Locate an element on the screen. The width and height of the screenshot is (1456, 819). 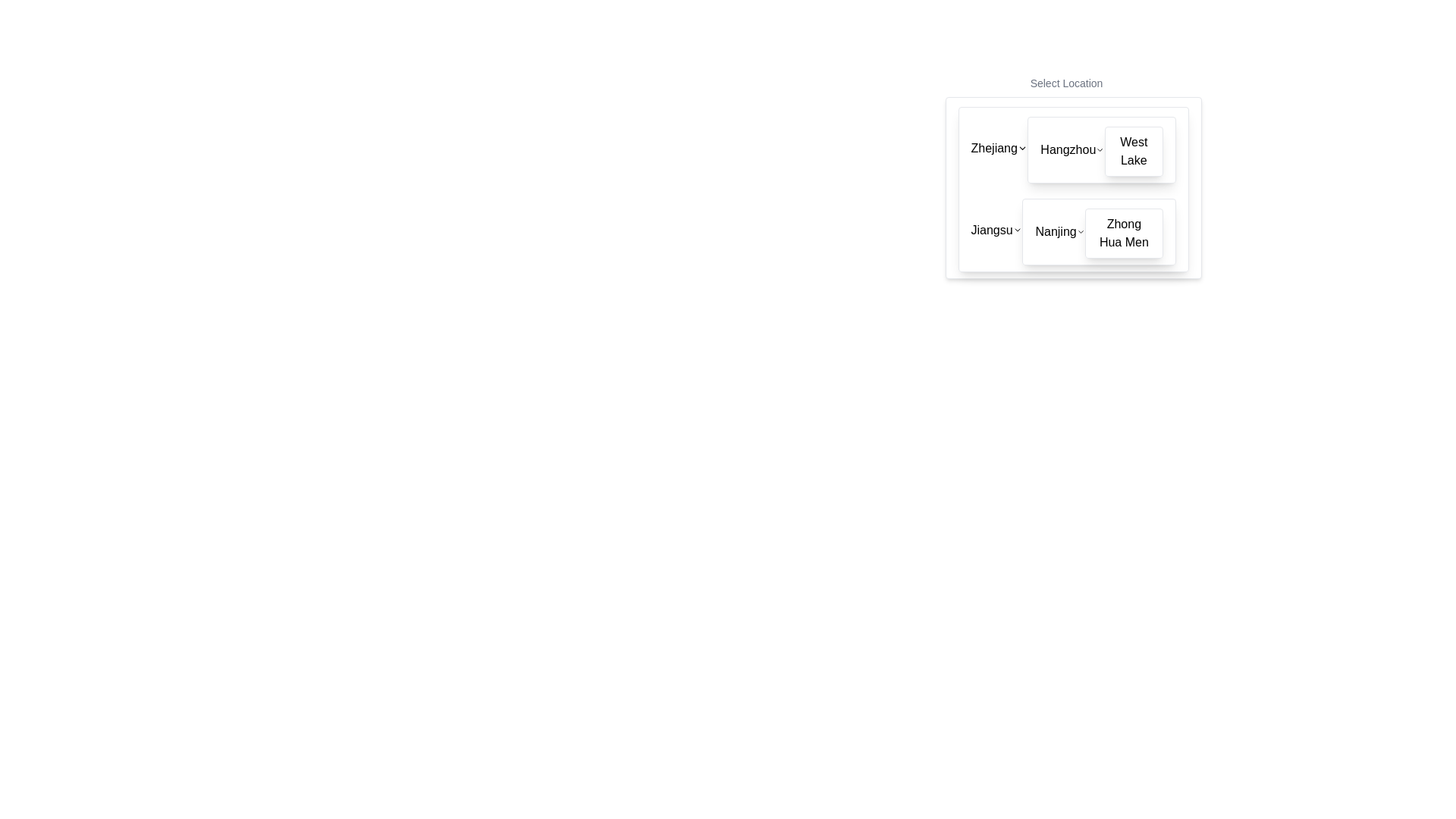
the 'Zhong Hua Men' dropdown menu item located in the lower-right section of the 'Nanjing' dropdown under the 'Jiangsu' group is located at coordinates (1124, 234).